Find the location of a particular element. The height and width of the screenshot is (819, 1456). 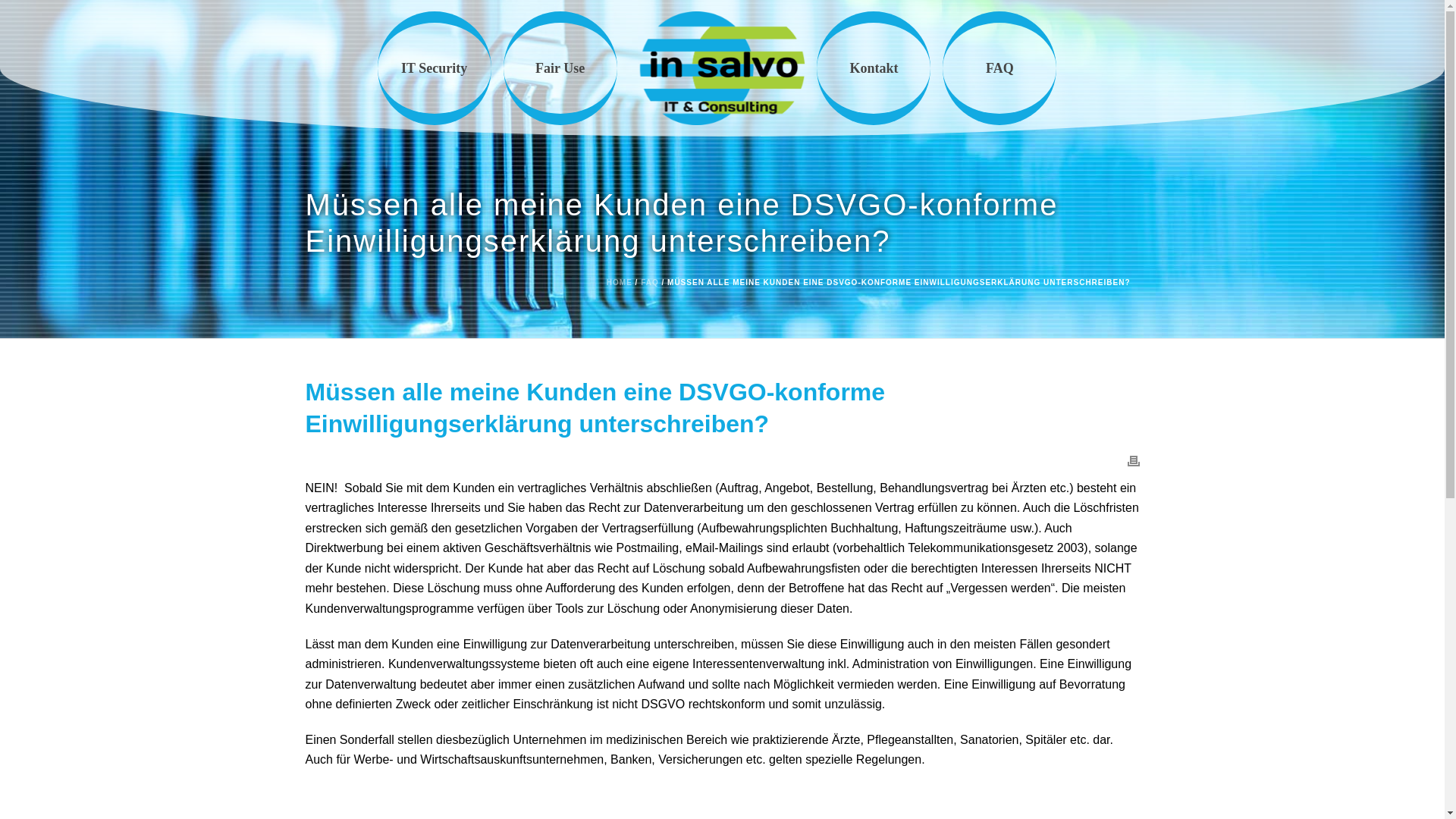

'FAQ' is located at coordinates (999, 67).